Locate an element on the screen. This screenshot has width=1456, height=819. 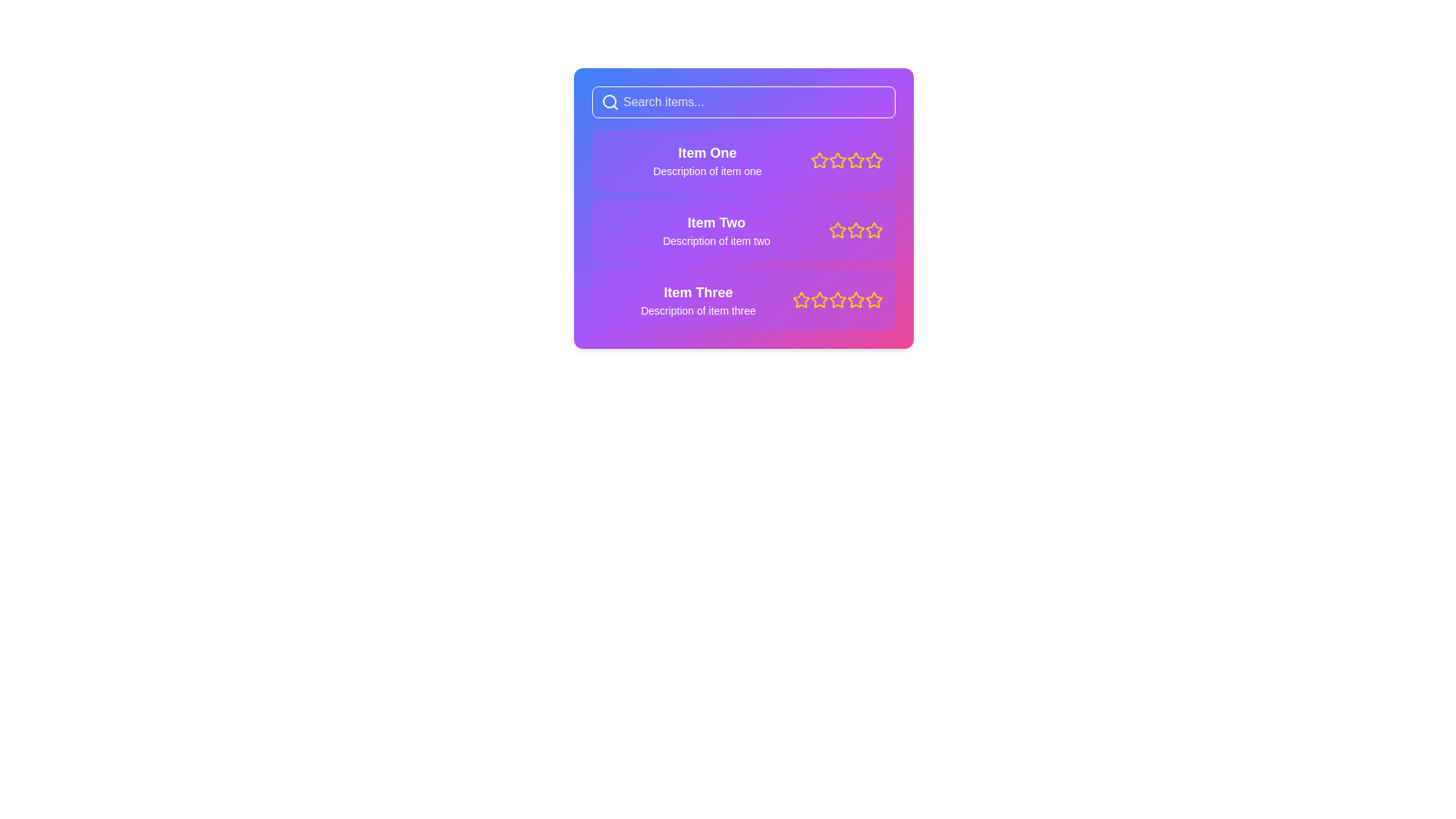
the second star icon in the horizontal sequence of five stars is located at coordinates (836, 161).